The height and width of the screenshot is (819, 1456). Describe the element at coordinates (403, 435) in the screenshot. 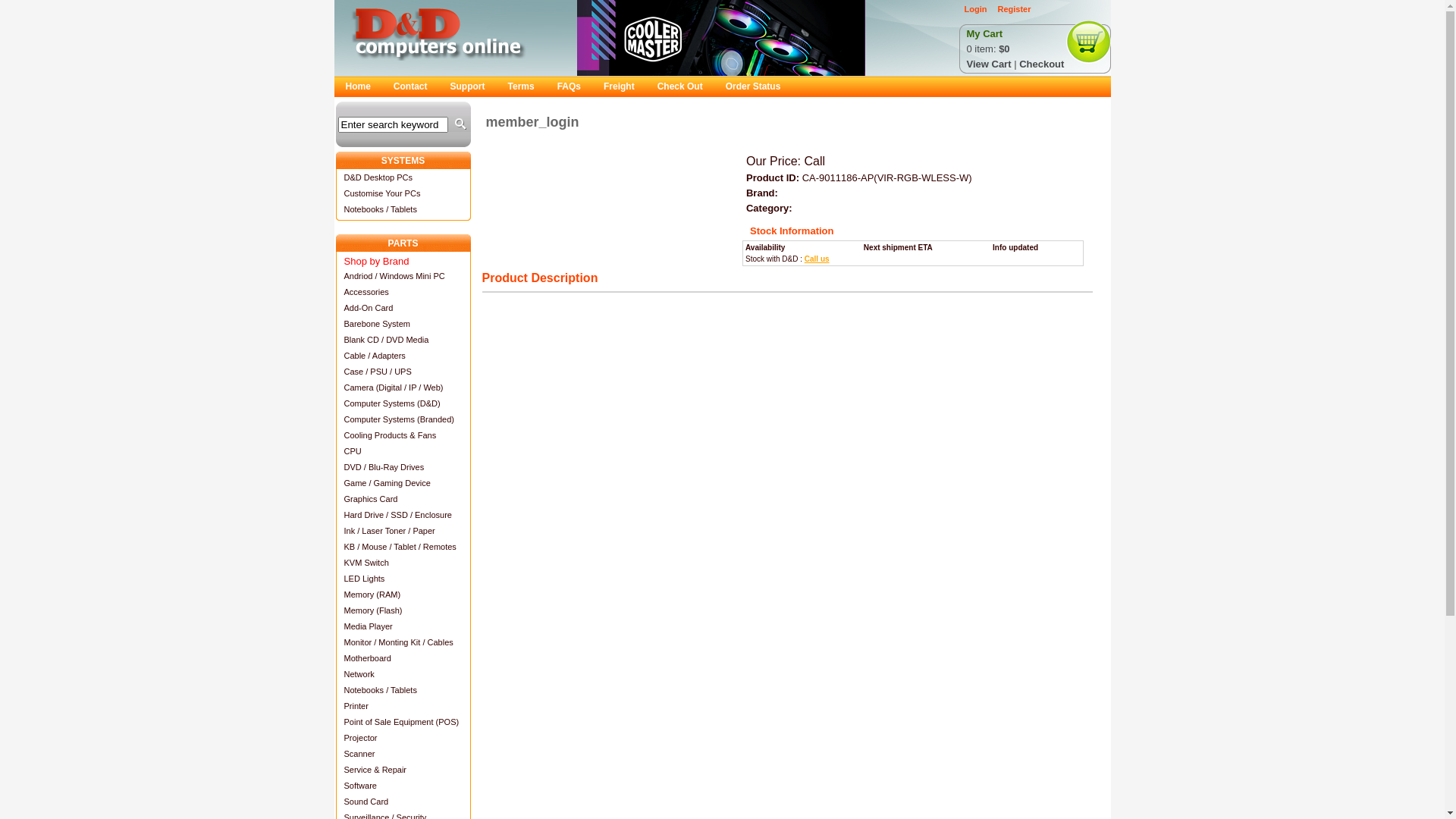

I see `'Cooling Products & Fans'` at that location.